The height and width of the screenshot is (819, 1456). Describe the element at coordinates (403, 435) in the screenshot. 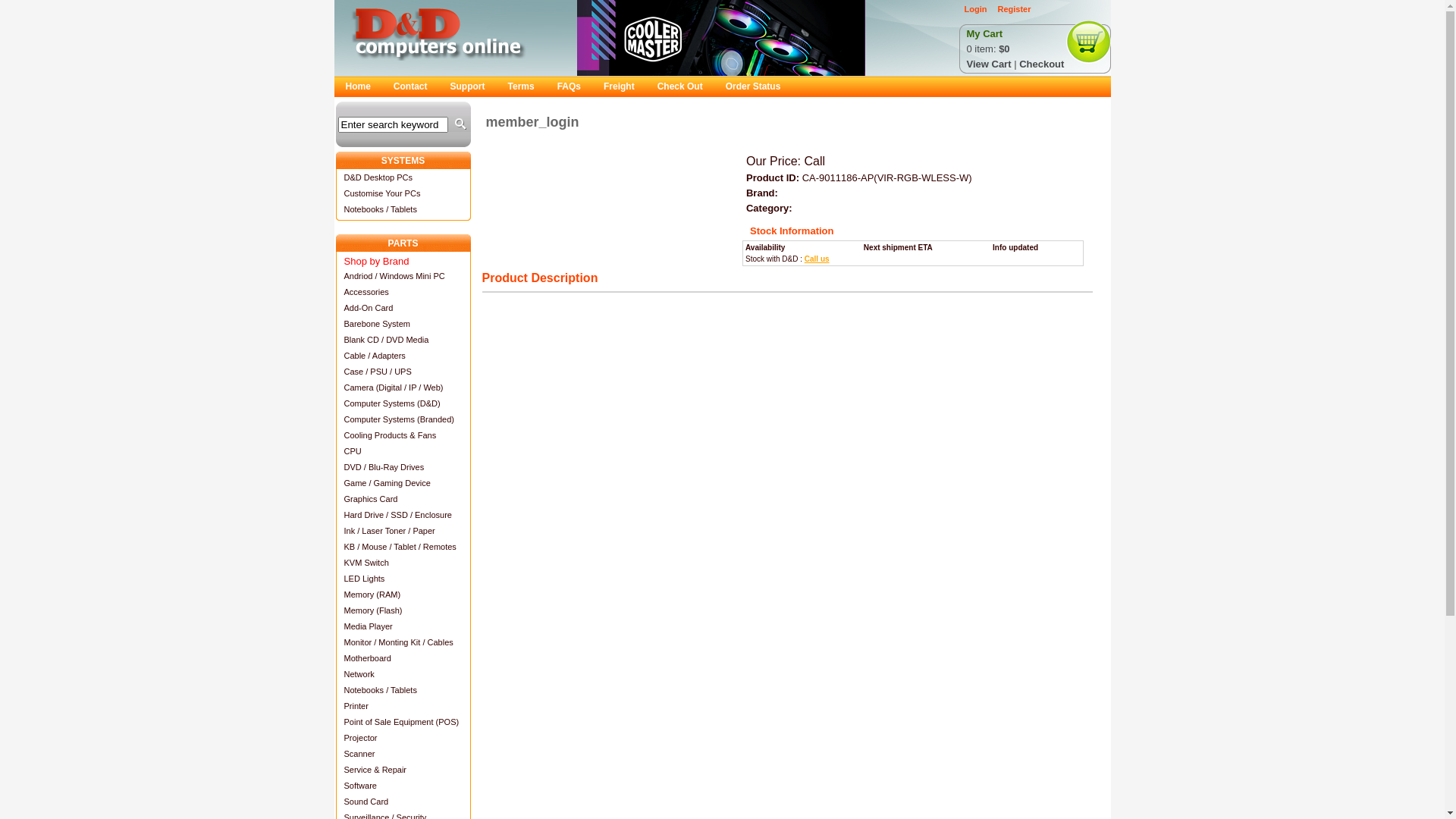

I see `'Cooling Products & Fans'` at that location.